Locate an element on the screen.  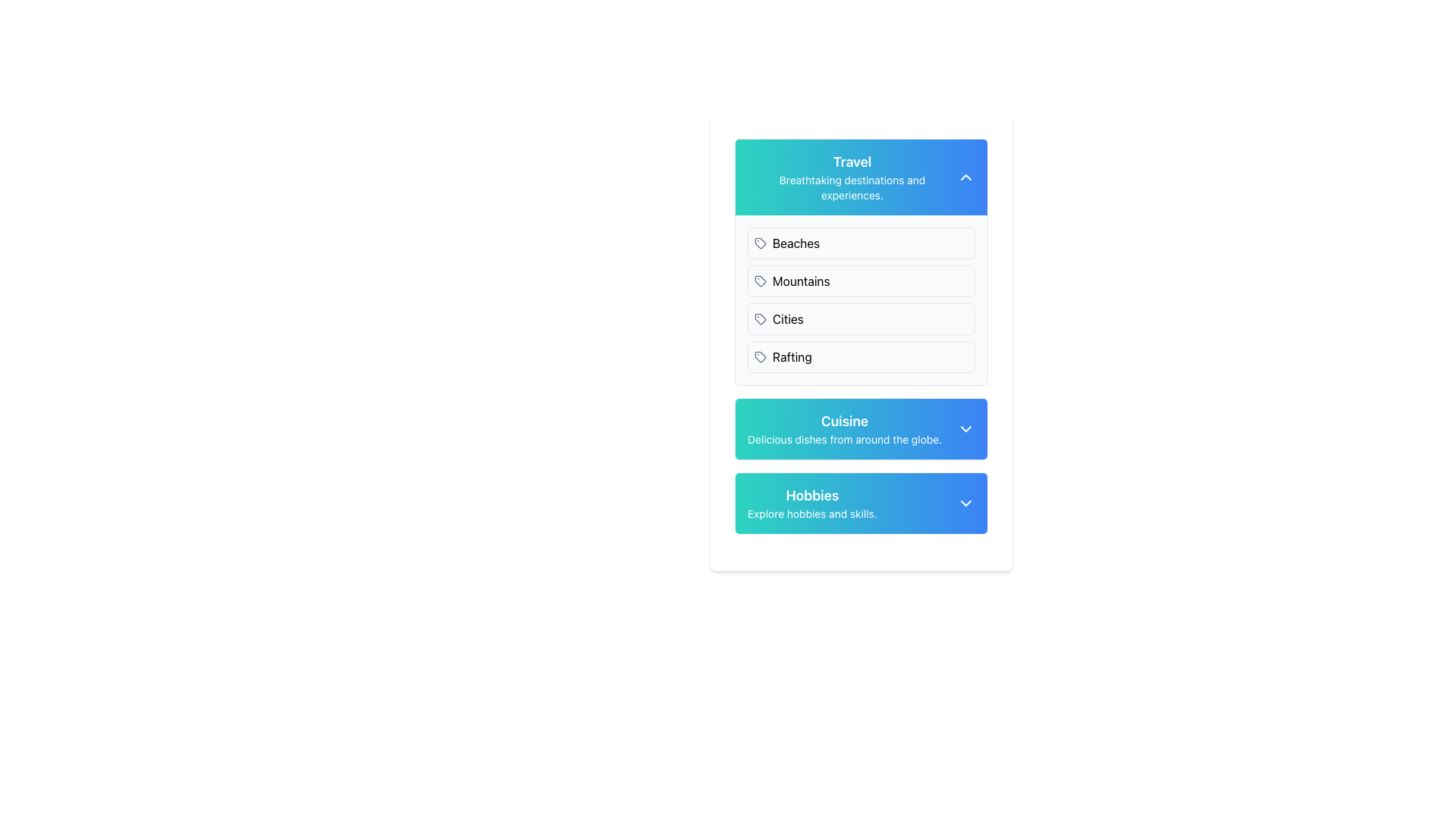
the 'Cities' button in the travel options list is located at coordinates (861, 318).